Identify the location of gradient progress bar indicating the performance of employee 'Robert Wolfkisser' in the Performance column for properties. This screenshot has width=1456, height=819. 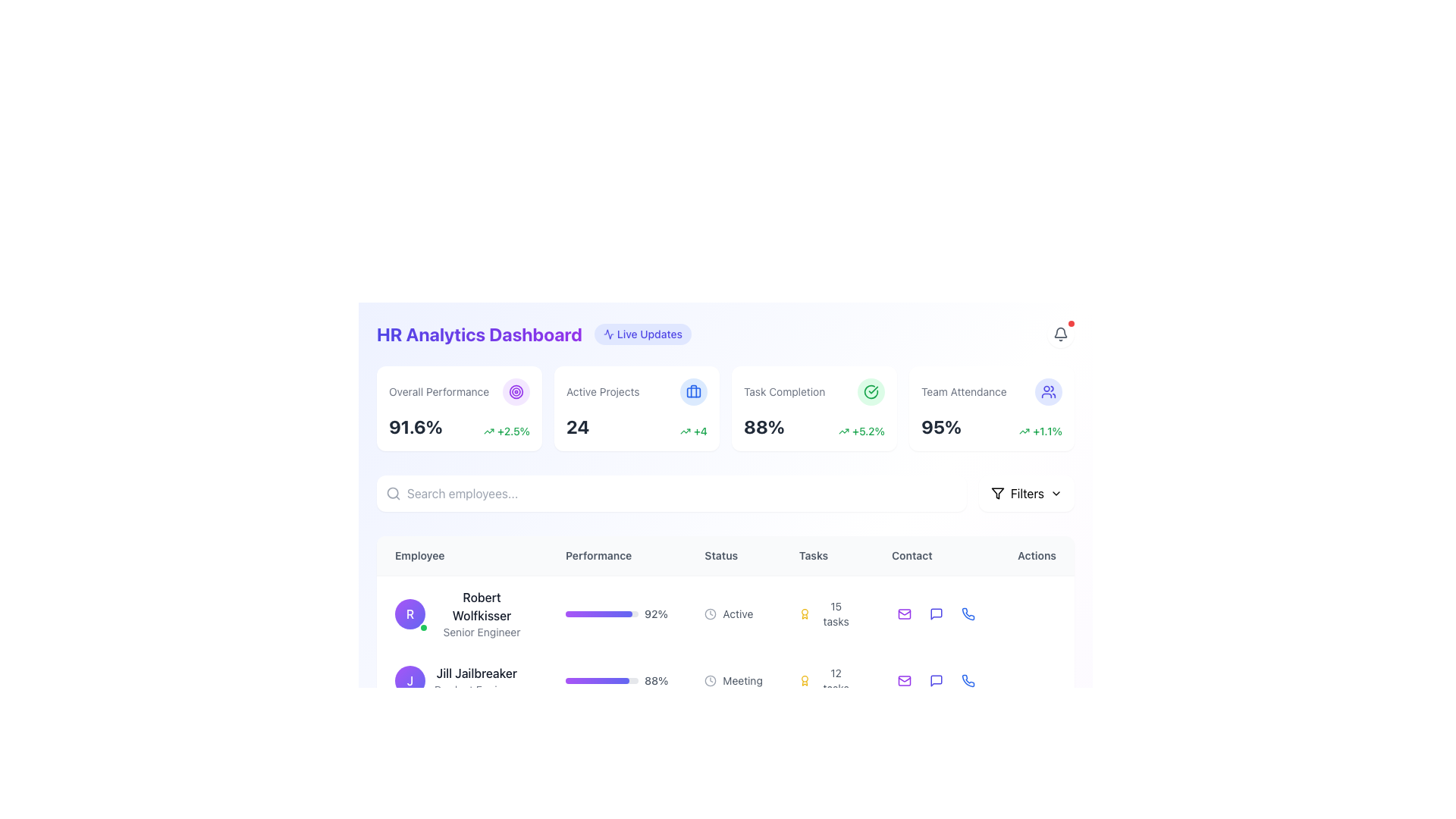
(598, 614).